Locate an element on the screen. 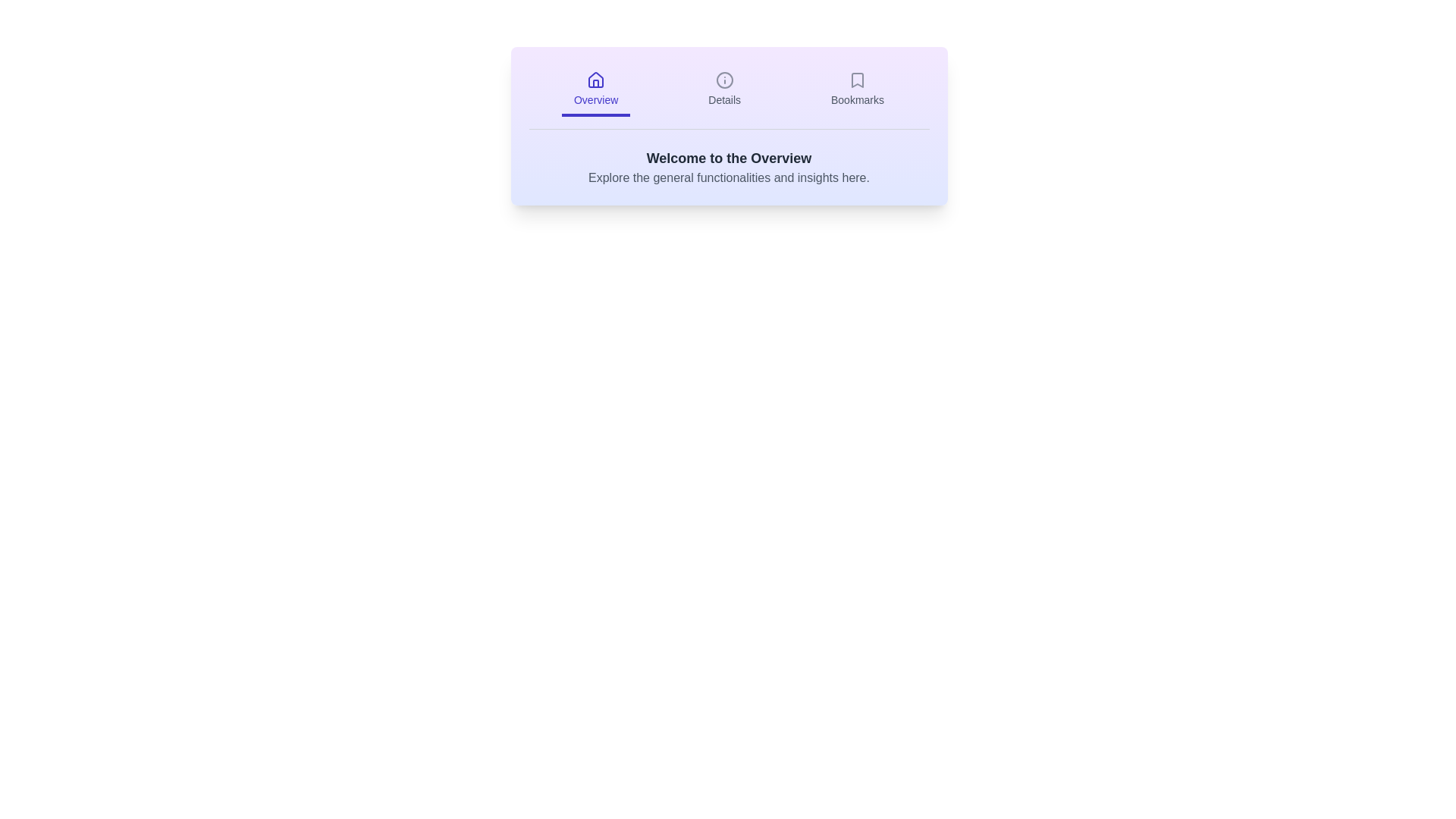 The image size is (1456, 819). the house-shaped icon button located near the top-center of the interface is located at coordinates (595, 80).